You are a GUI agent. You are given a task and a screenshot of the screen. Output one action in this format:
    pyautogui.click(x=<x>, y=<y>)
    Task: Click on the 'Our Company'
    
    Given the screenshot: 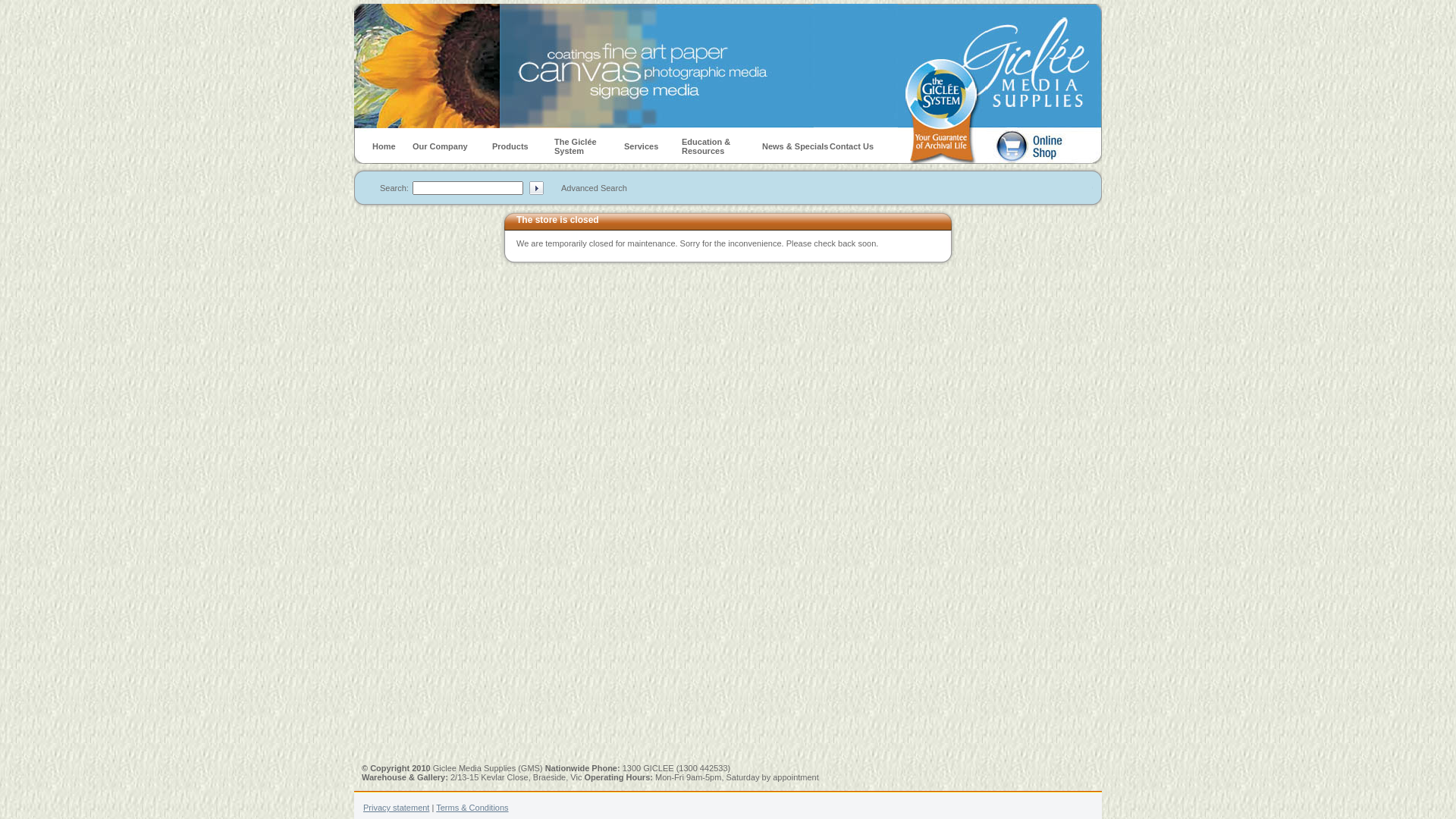 What is the action you would take?
    pyautogui.click(x=439, y=146)
    